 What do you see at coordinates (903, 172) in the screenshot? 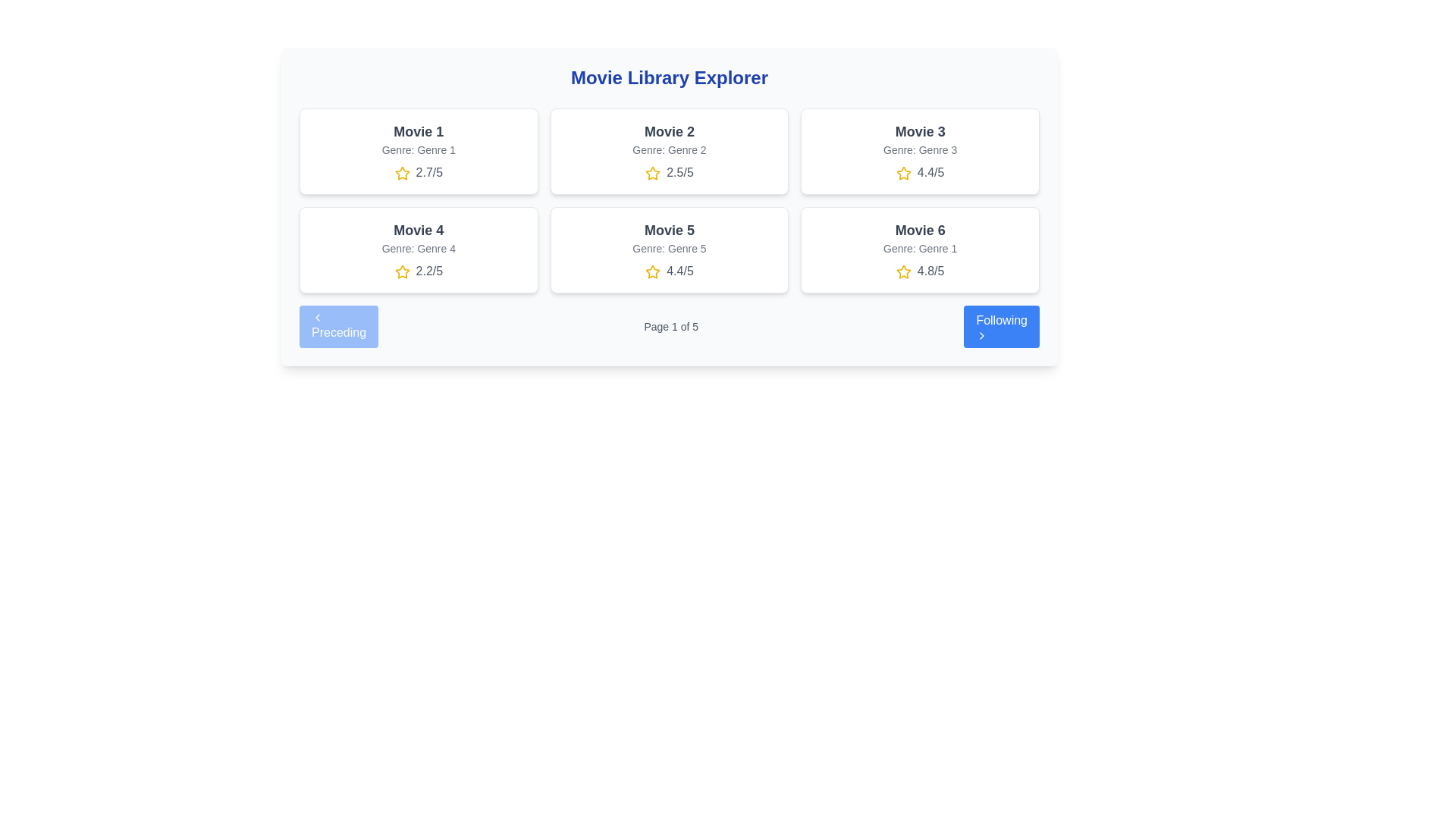
I see `the yellow star icon representing the rating in the Movie 3 card located at the top-right section of the movie grid` at bounding box center [903, 172].